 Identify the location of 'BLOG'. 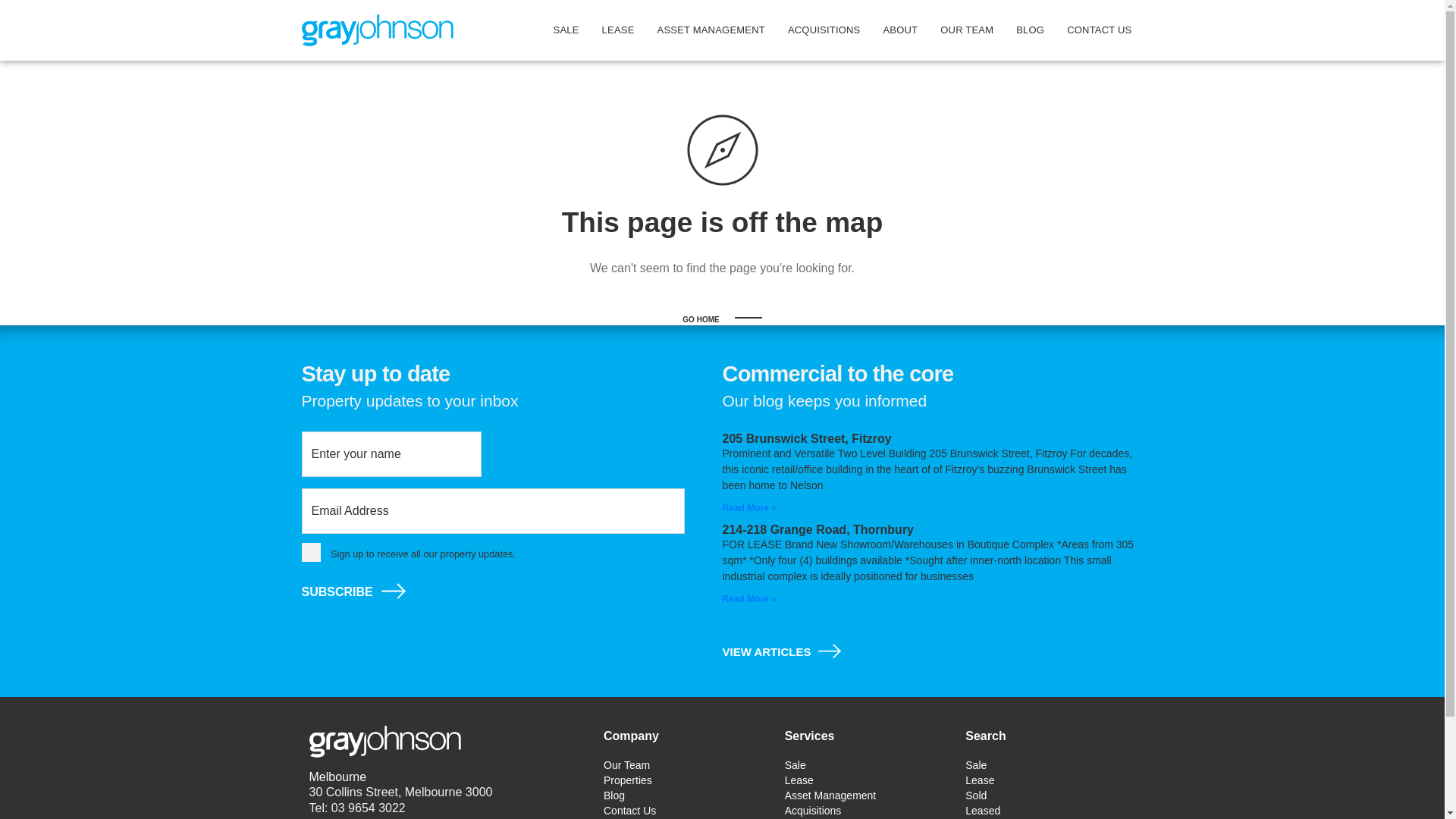
(1030, 30).